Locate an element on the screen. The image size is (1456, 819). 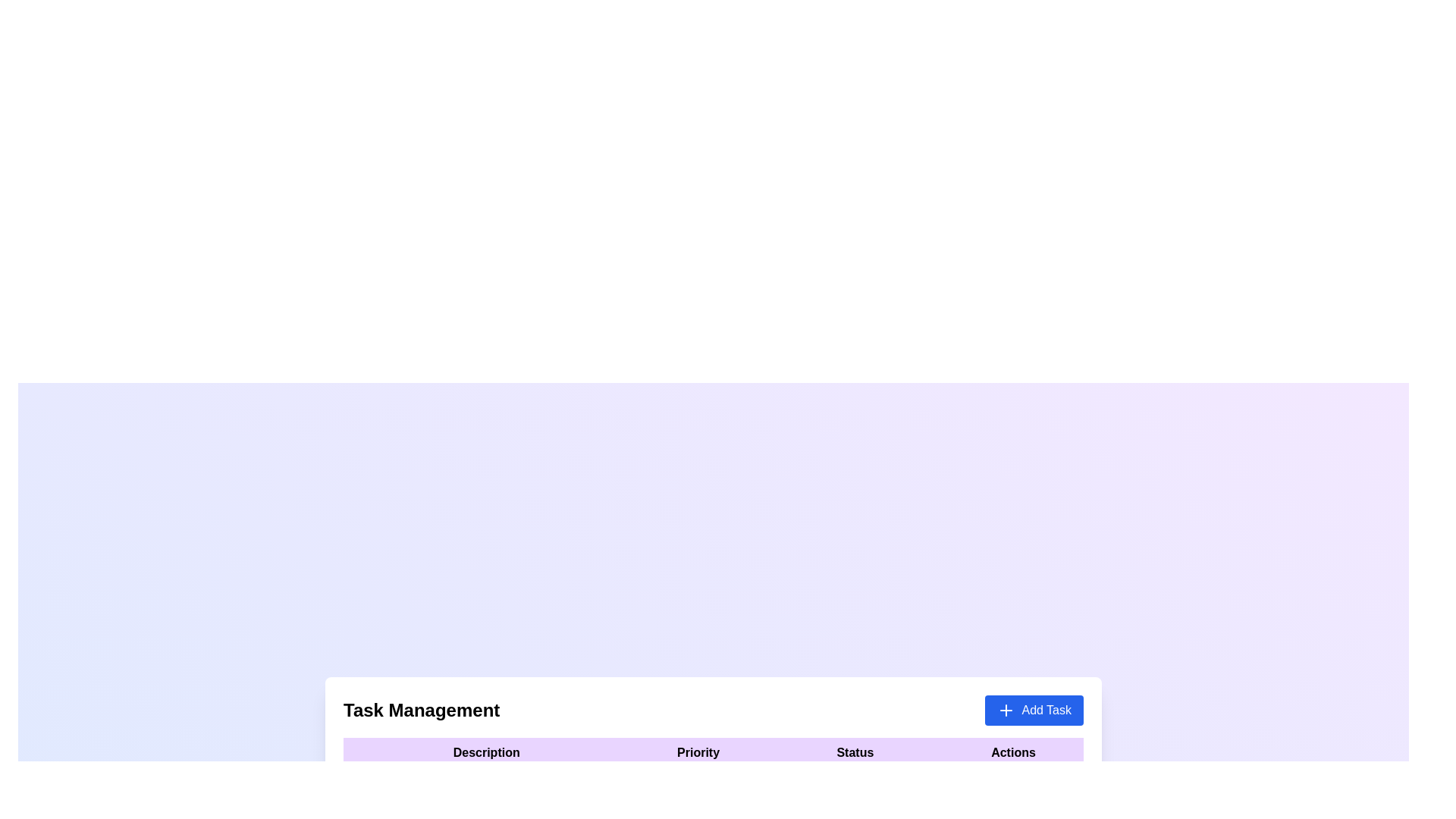
the Text Label that categorizes priorities, located between the 'Description' and 'Status' labels in the table interface is located at coordinates (698, 752).